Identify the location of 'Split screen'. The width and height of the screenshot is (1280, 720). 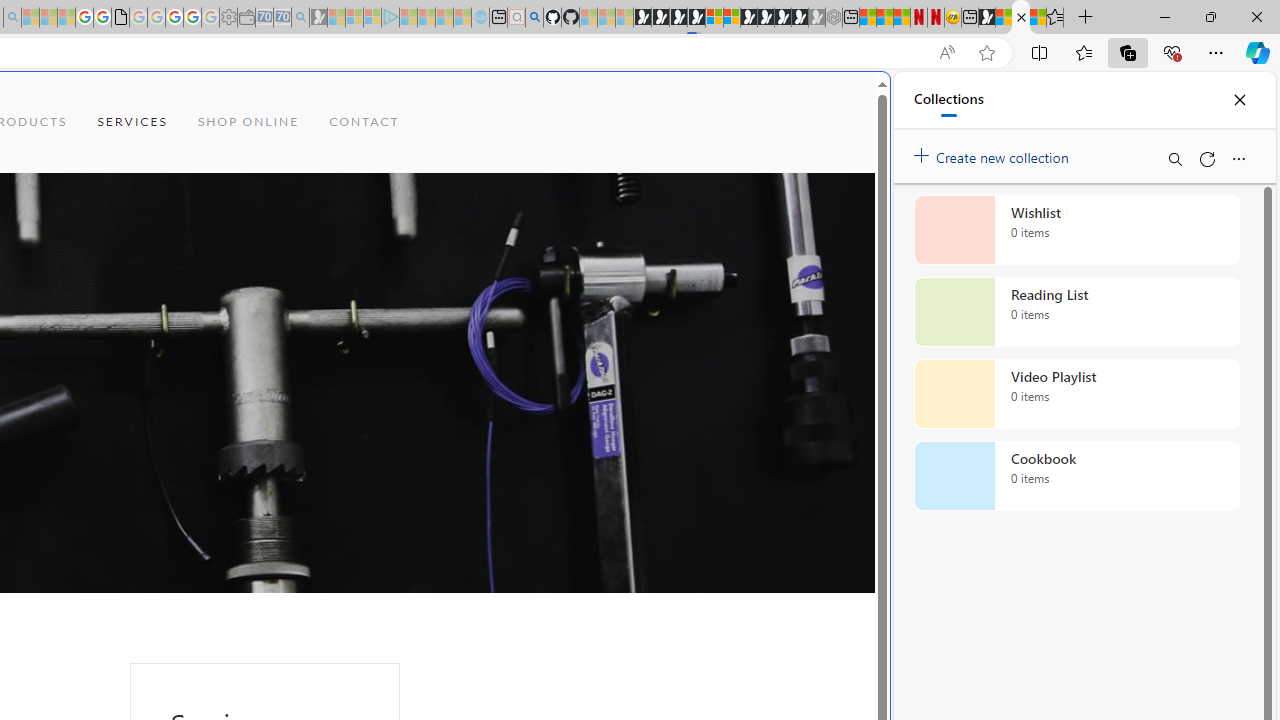
(1040, 51).